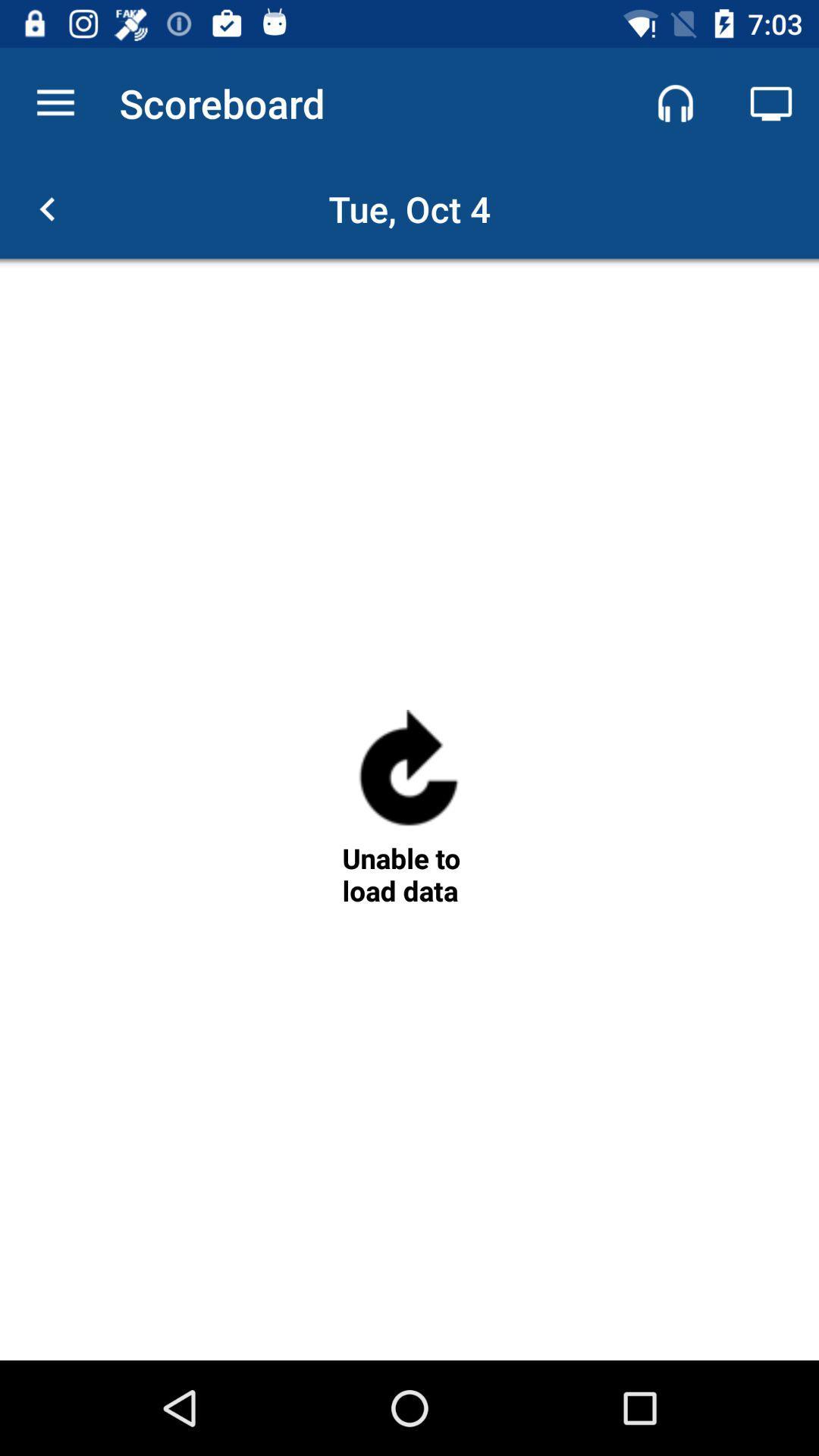 Image resolution: width=819 pixels, height=1456 pixels. I want to click on icon next to tue, oct 4 item, so click(46, 208).